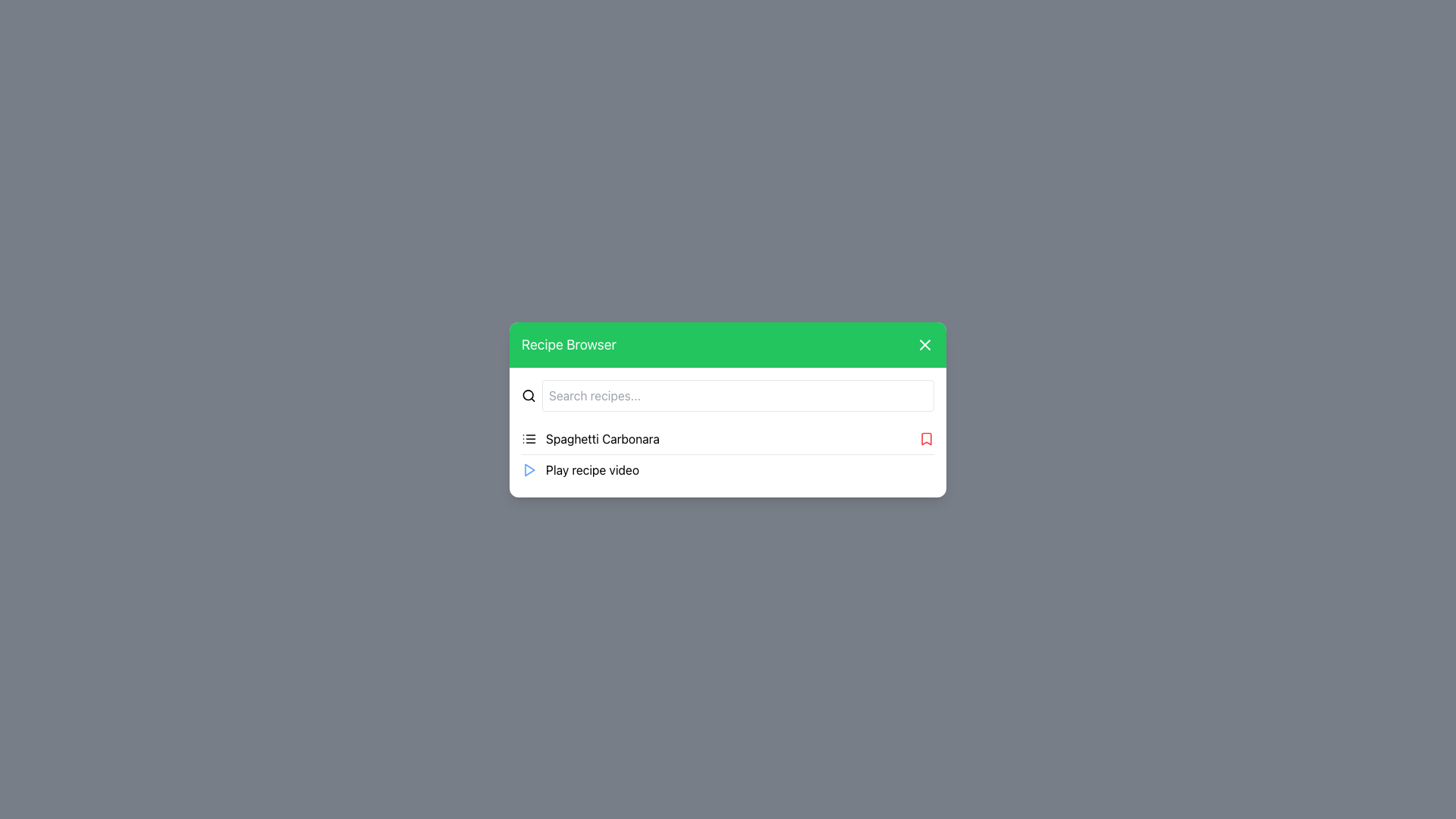  I want to click on the bookmark icon next to 'Spaghetti Carbonara', so click(926, 438).